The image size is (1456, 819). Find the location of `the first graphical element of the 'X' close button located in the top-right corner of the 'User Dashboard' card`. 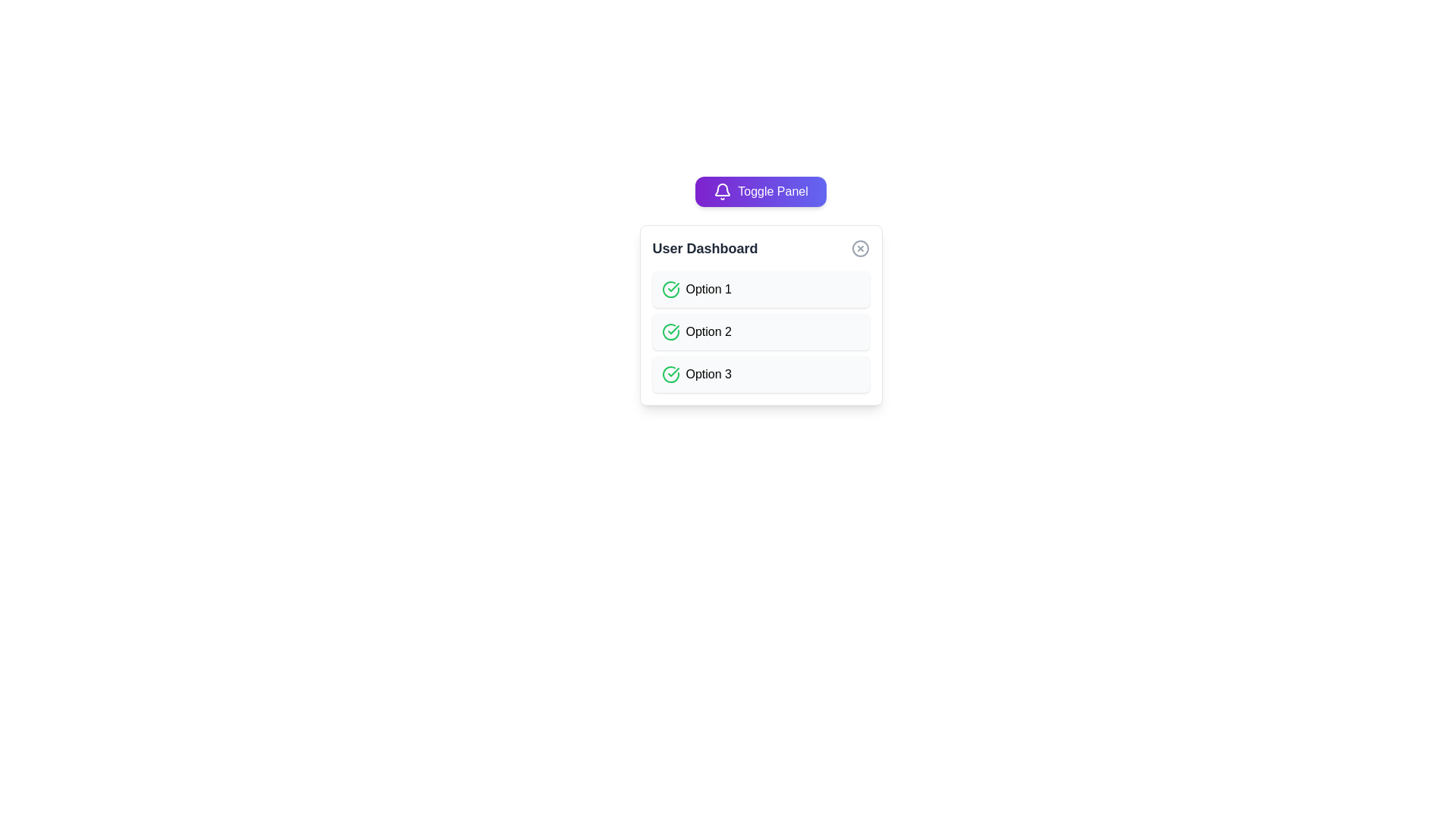

the first graphical element of the 'X' close button located in the top-right corner of the 'User Dashboard' card is located at coordinates (860, 247).